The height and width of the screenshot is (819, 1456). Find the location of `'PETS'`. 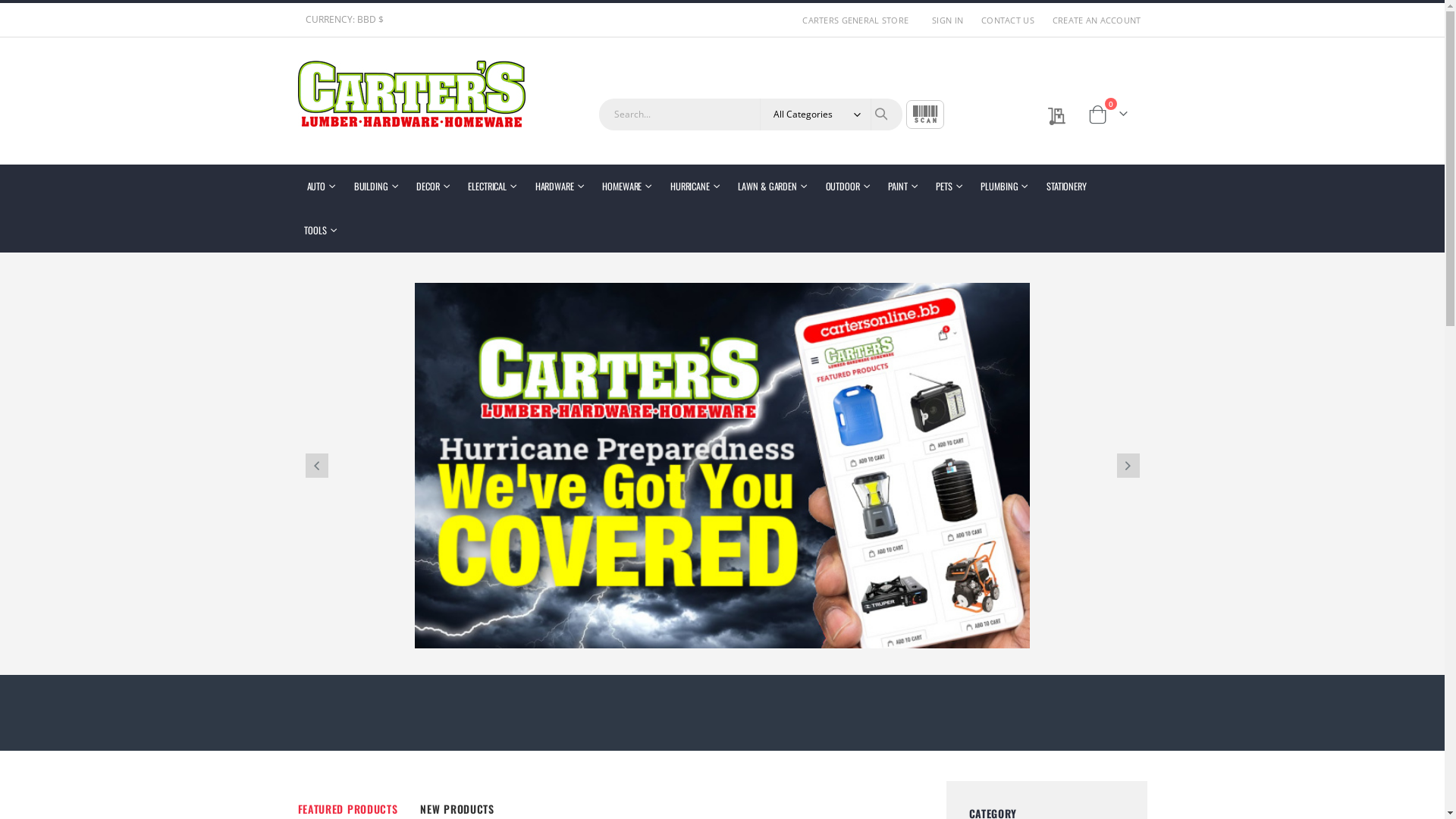

'PETS' is located at coordinates (948, 186).